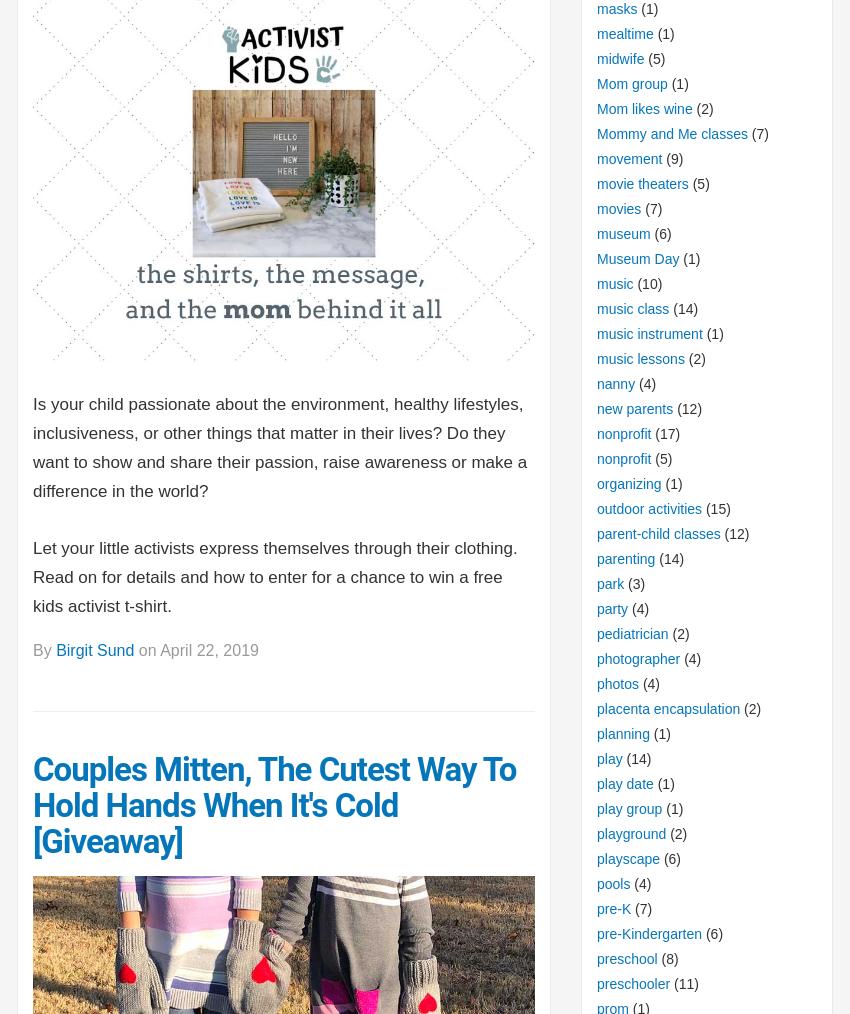  I want to click on 'Let your little activists express themselves through their clothing. Read on for details and how to enter for a chance to win a free kids activist t-shirt.', so click(273, 576).